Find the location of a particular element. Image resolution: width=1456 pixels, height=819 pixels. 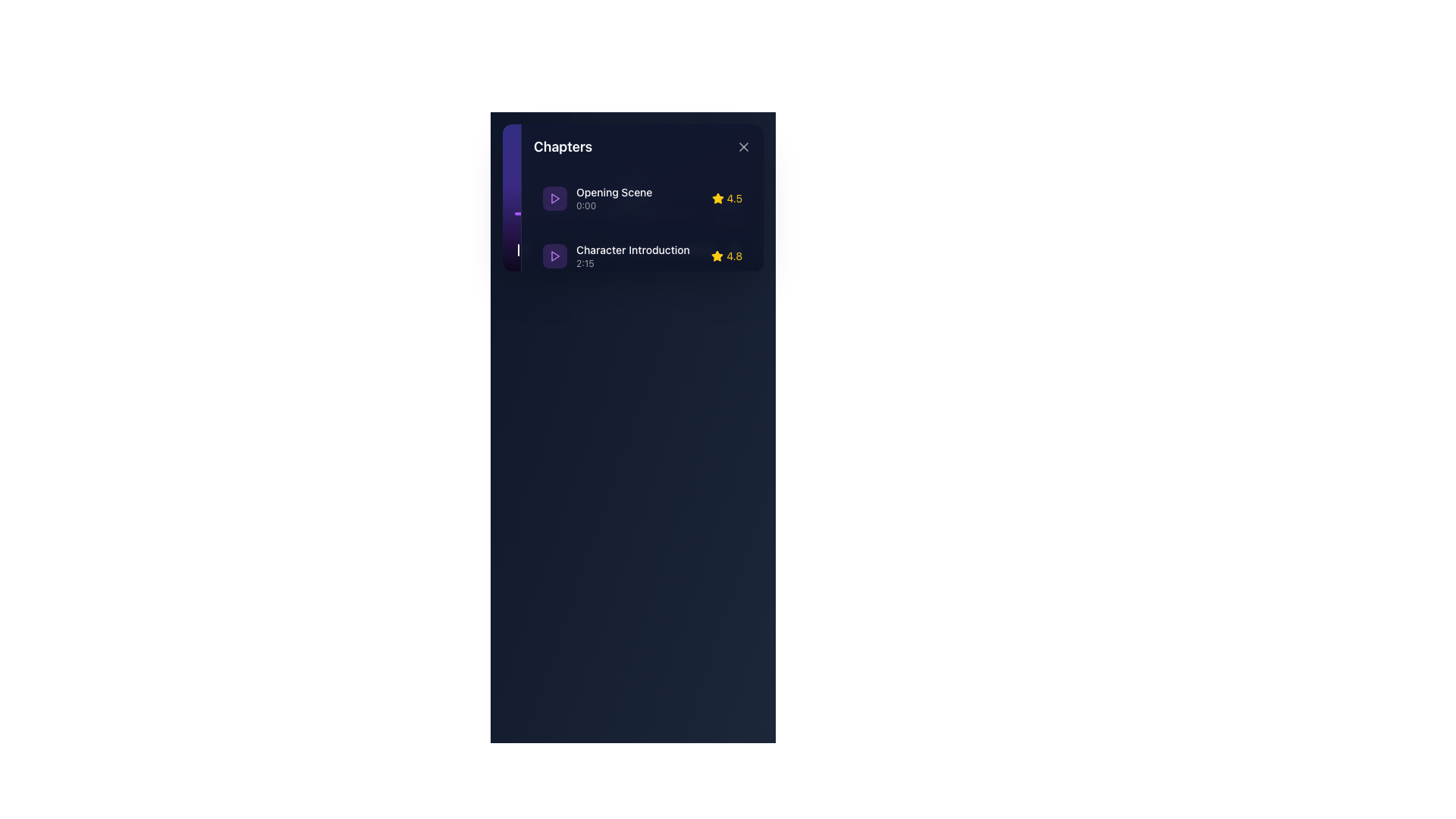

the static text label that serves as the title of the first chapter in the list, located above the timestamp '0:00' is located at coordinates (614, 192).